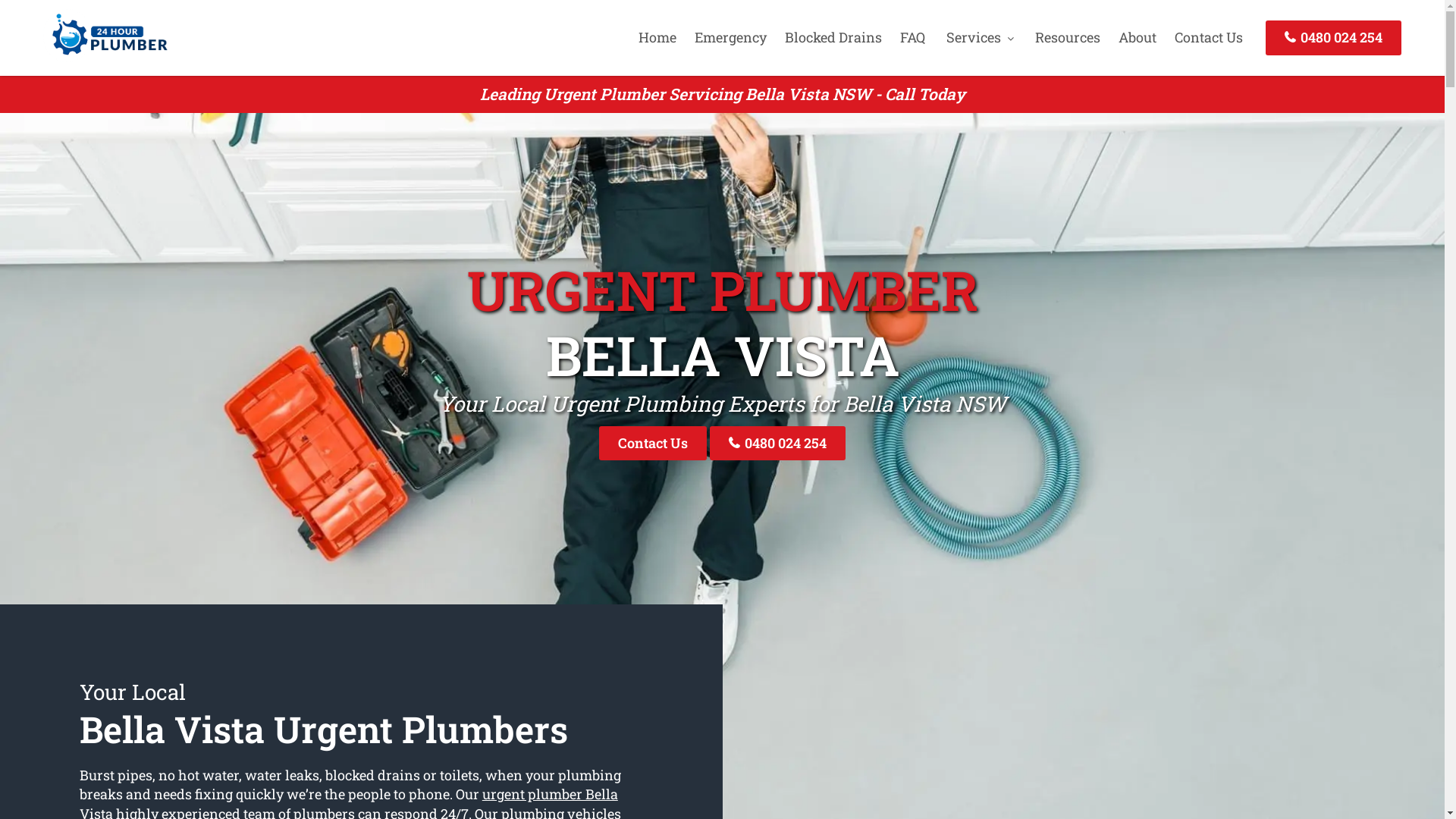  Describe the element at coordinates (912, 36) in the screenshot. I see `'FAQ'` at that location.